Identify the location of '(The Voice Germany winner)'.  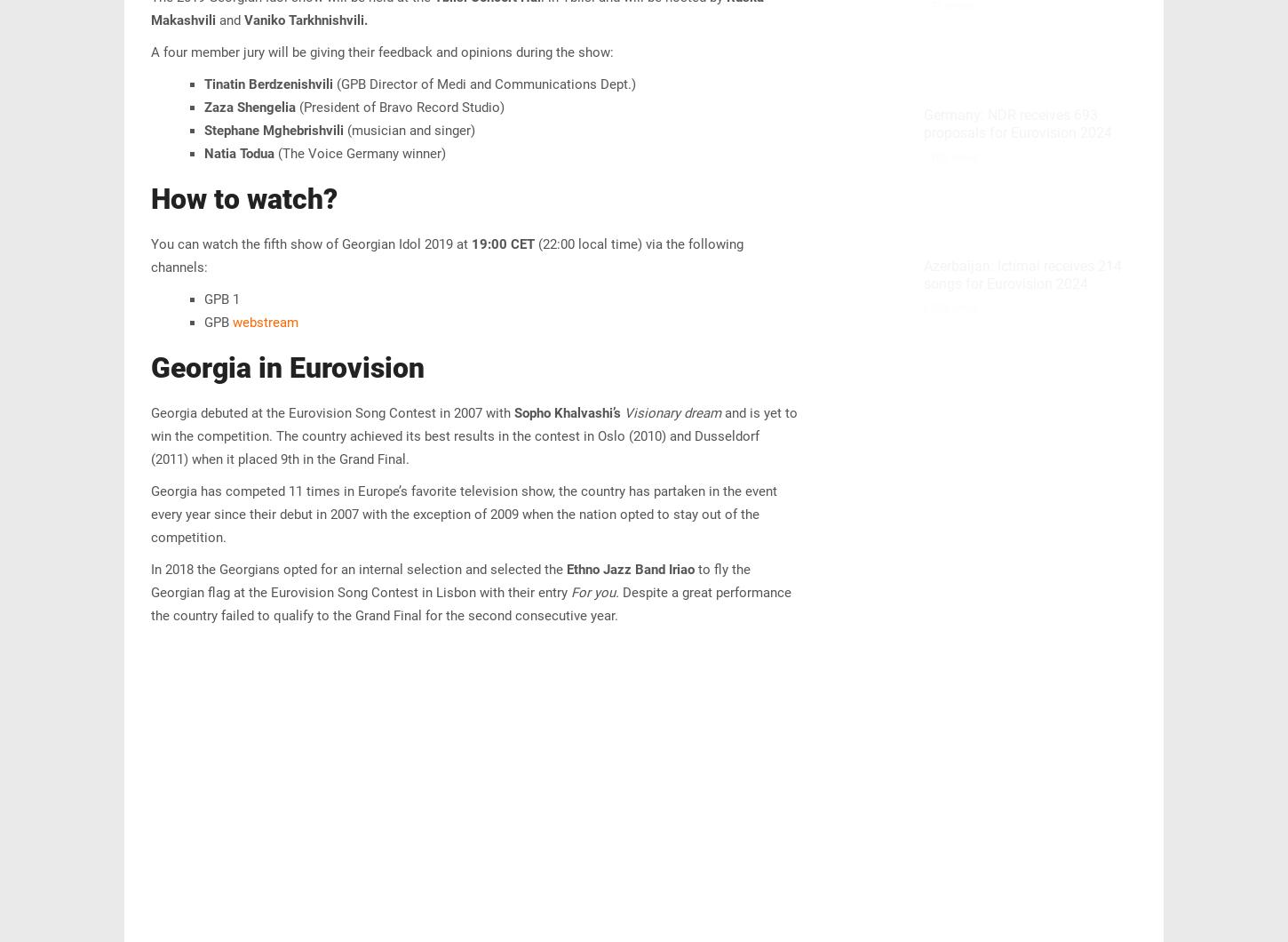
(359, 152).